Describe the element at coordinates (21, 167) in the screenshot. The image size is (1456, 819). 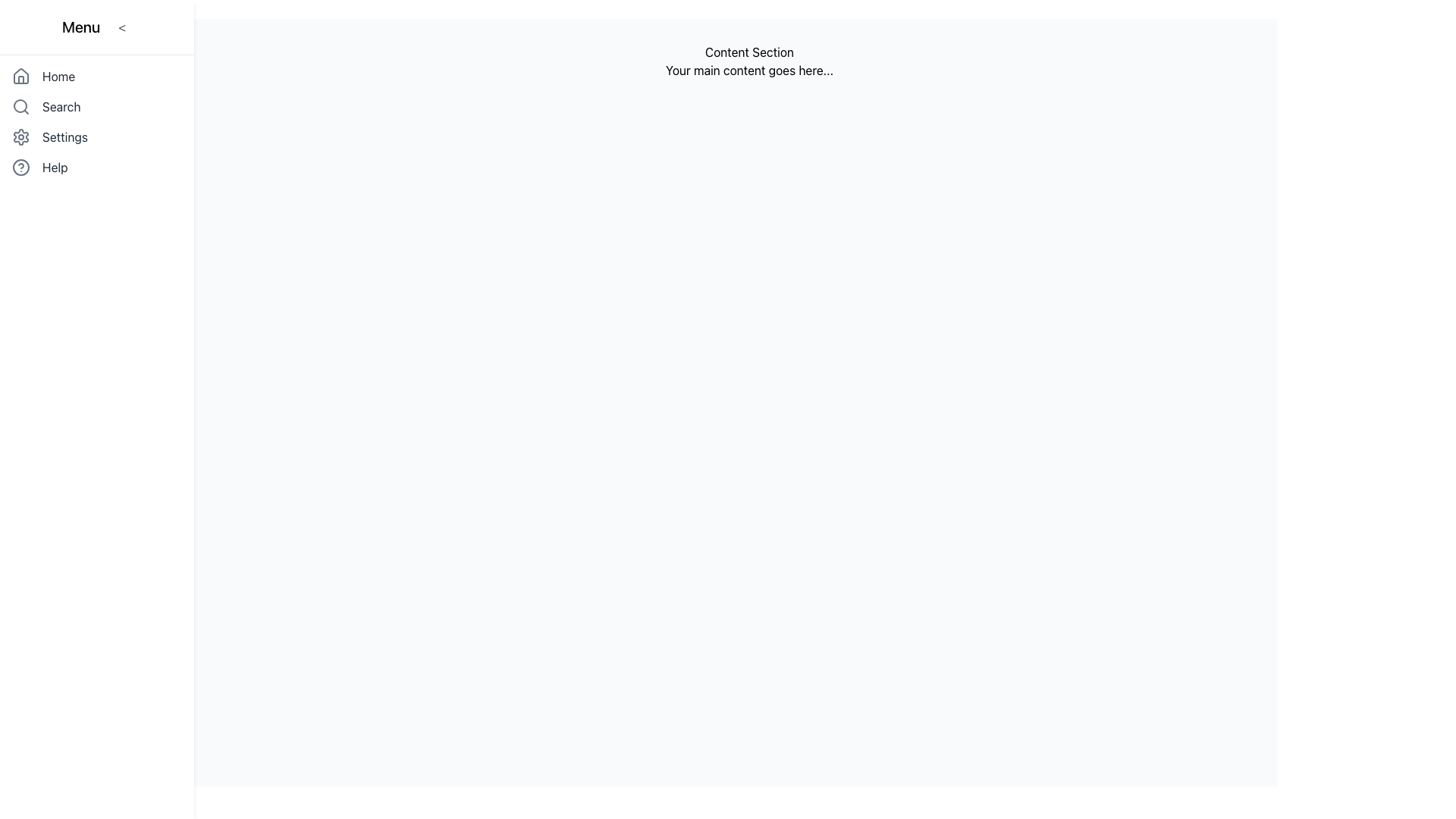
I see `the SVG Circle element that represents the gray outlined circular shape of the help icon located below the settings icon in the left navigation menu` at that location.